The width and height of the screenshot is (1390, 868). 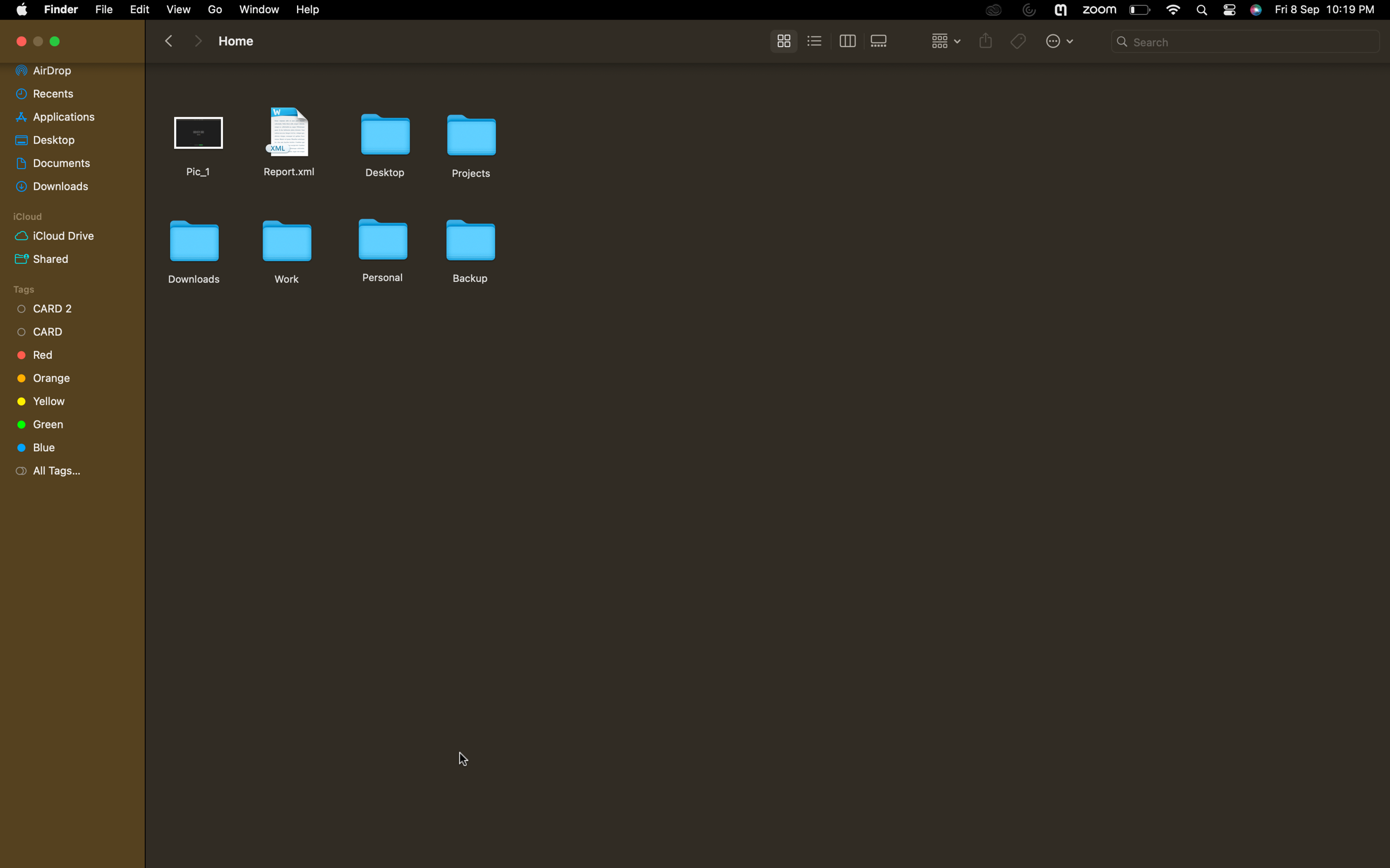 I want to click on Alter the name of the personal folder to home, so click(x=381, y=248).